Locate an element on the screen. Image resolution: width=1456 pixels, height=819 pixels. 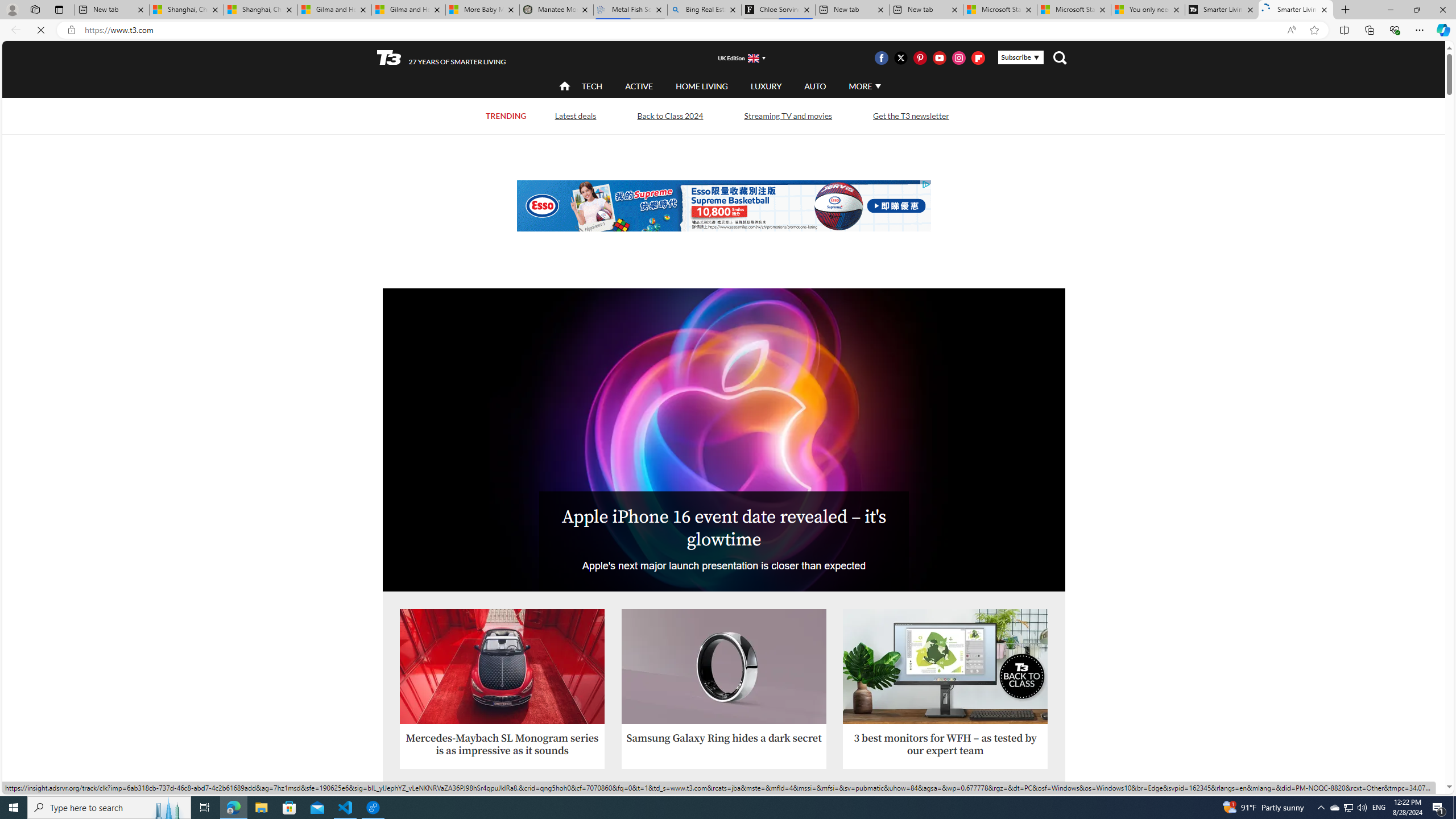
'AUTO' is located at coordinates (814, 85).